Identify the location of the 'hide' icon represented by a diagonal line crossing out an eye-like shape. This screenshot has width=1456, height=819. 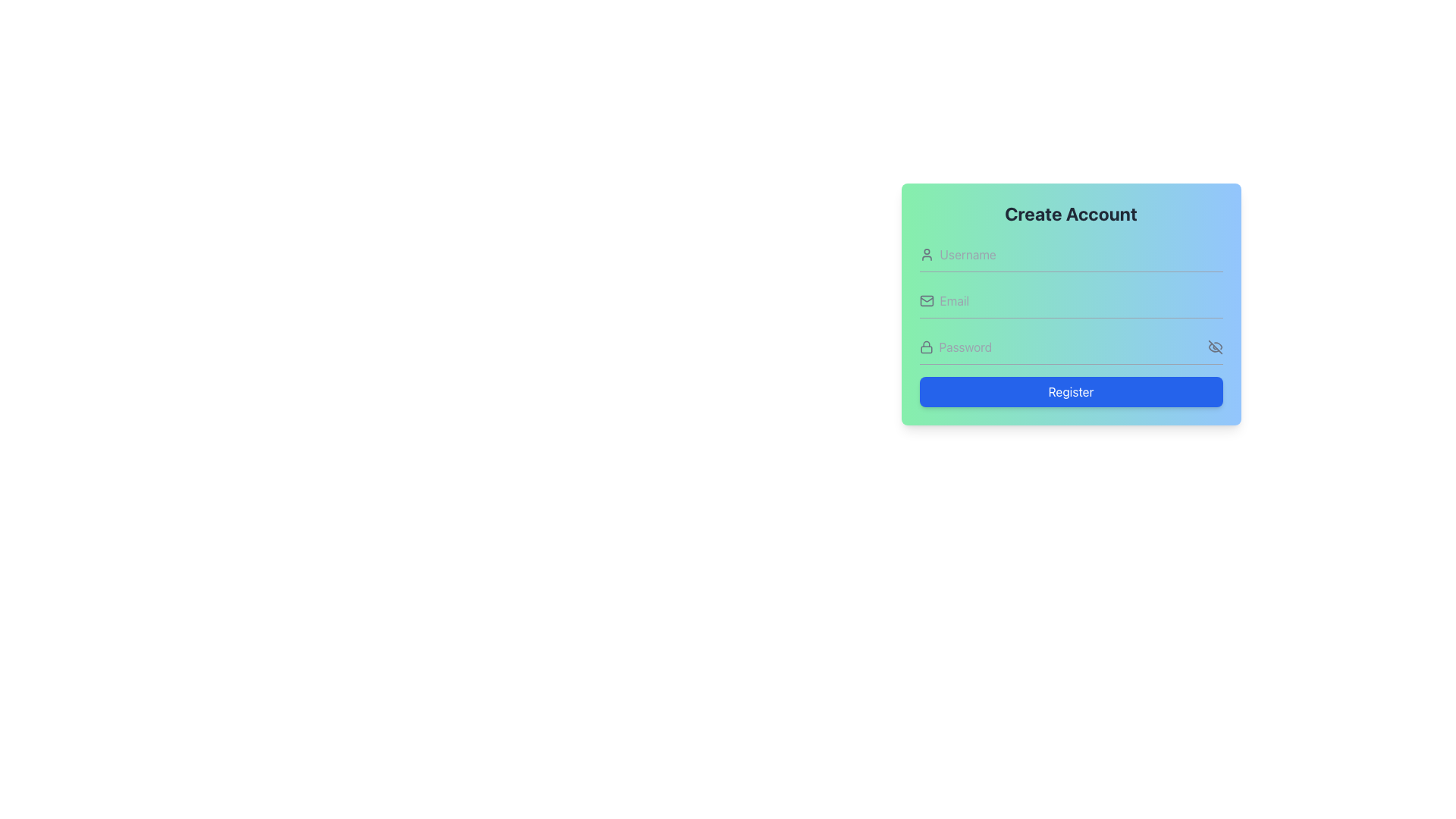
(1215, 347).